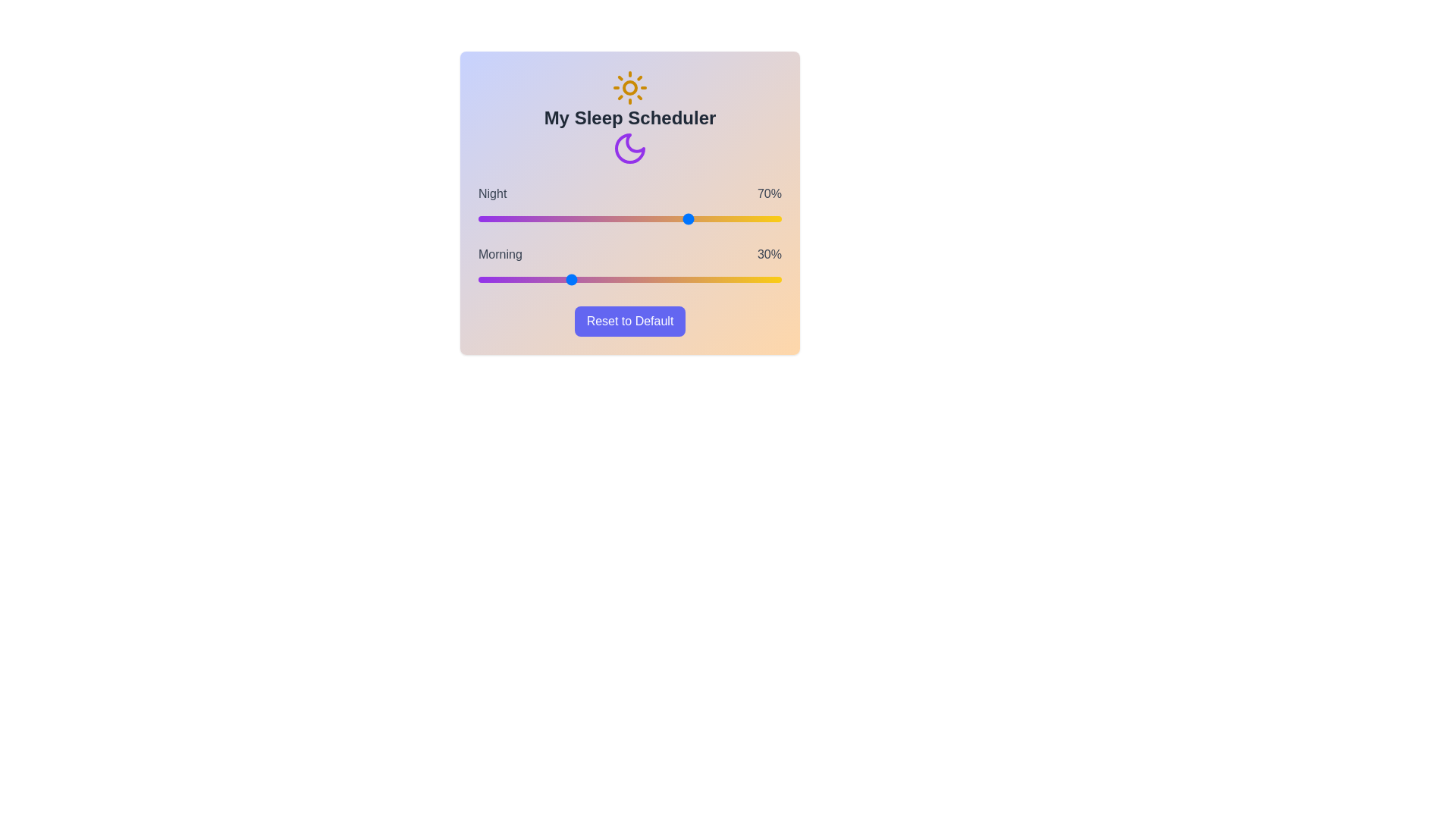  What do you see at coordinates (477, 219) in the screenshot?
I see `the 'Night' slider to 0%` at bounding box center [477, 219].